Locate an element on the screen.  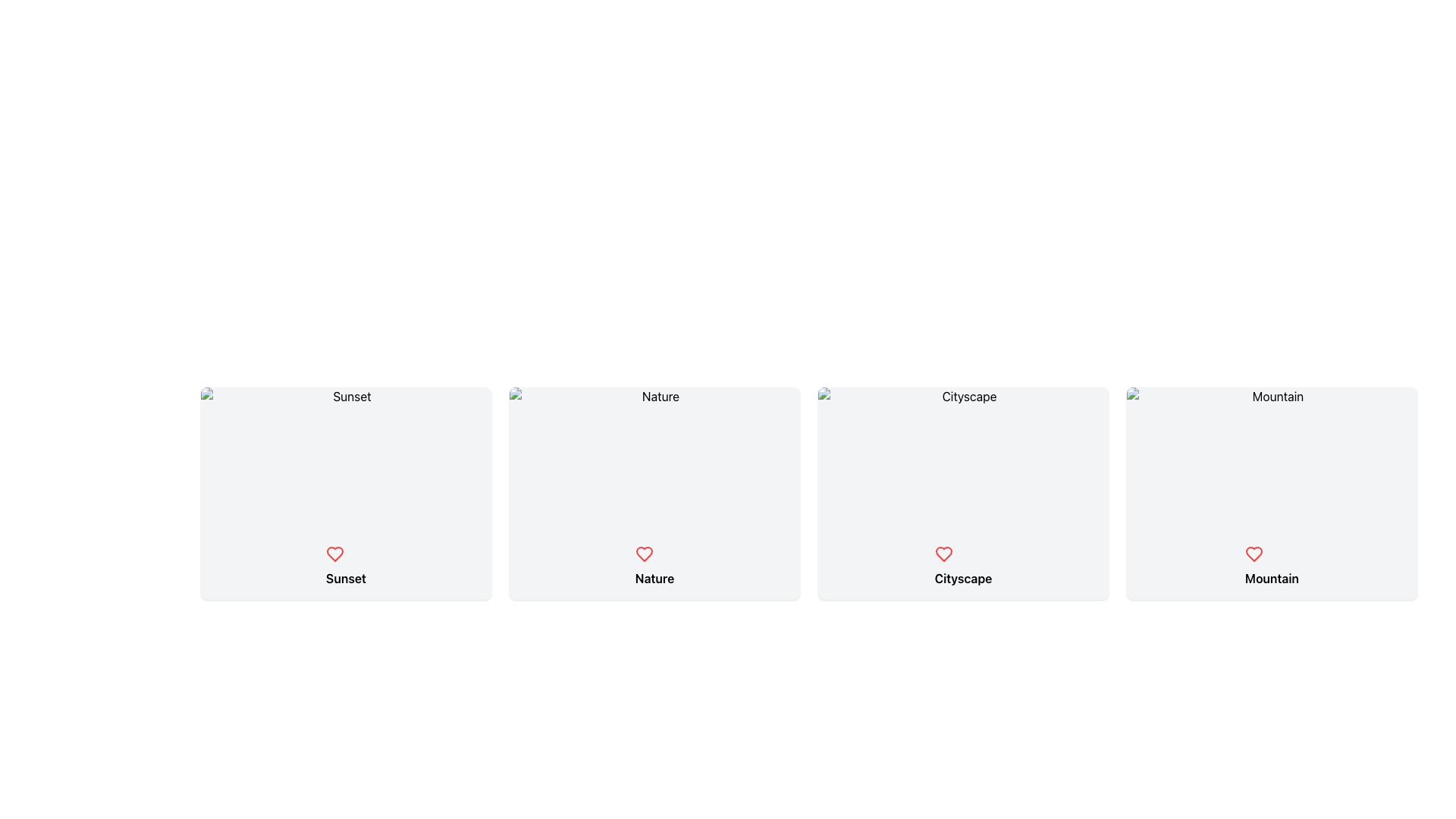
the heart icon located at the bottom-center of the 'Mountain' tile is located at coordinates (1254, 554).